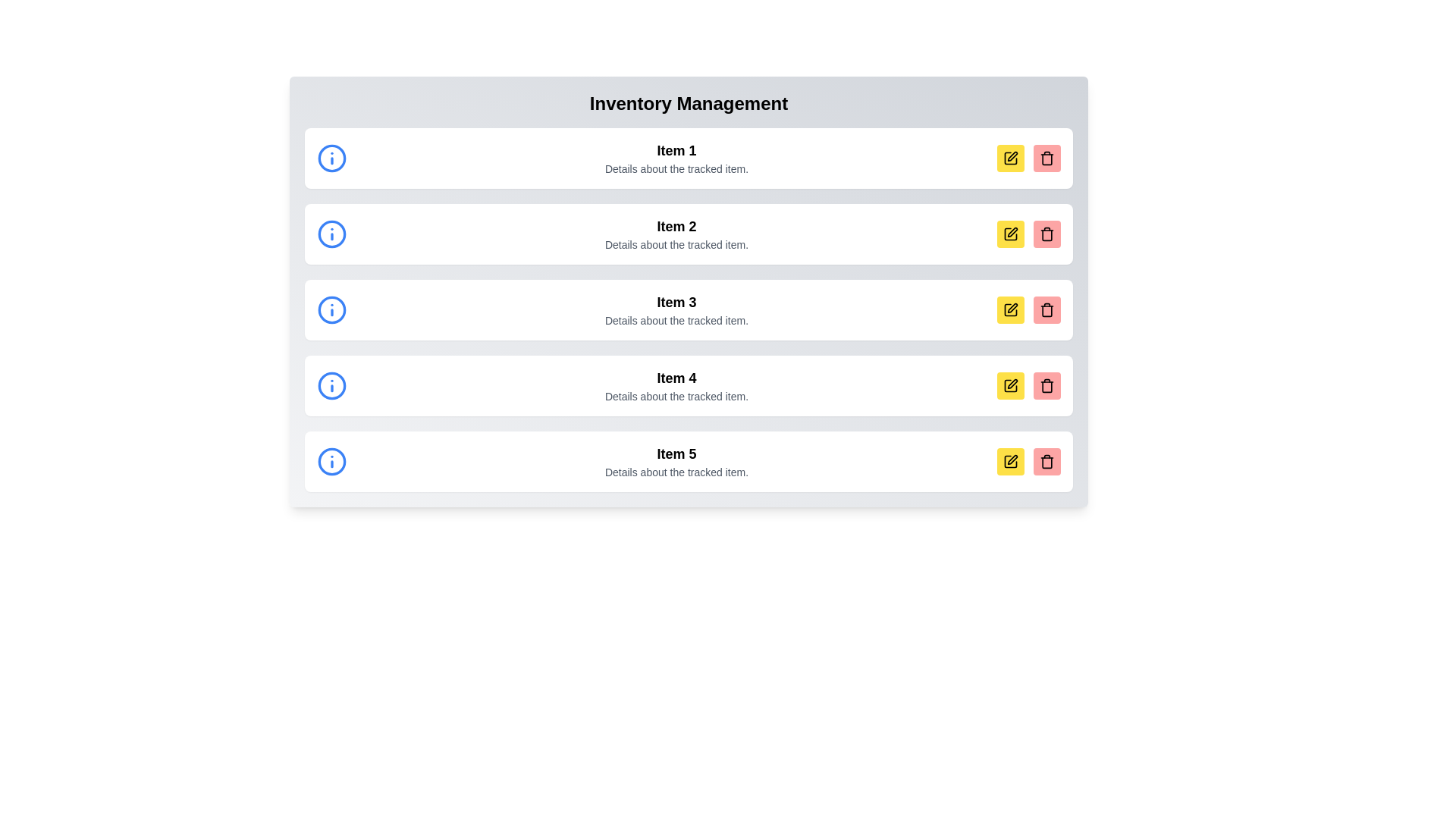 The image size is (1456, 819). What do you see at coordinates (331, 158) in the screenshot?
I see `the Information Icon located on the left side of the first row labeled 'Item 1'` at bounding box center [331, 158].